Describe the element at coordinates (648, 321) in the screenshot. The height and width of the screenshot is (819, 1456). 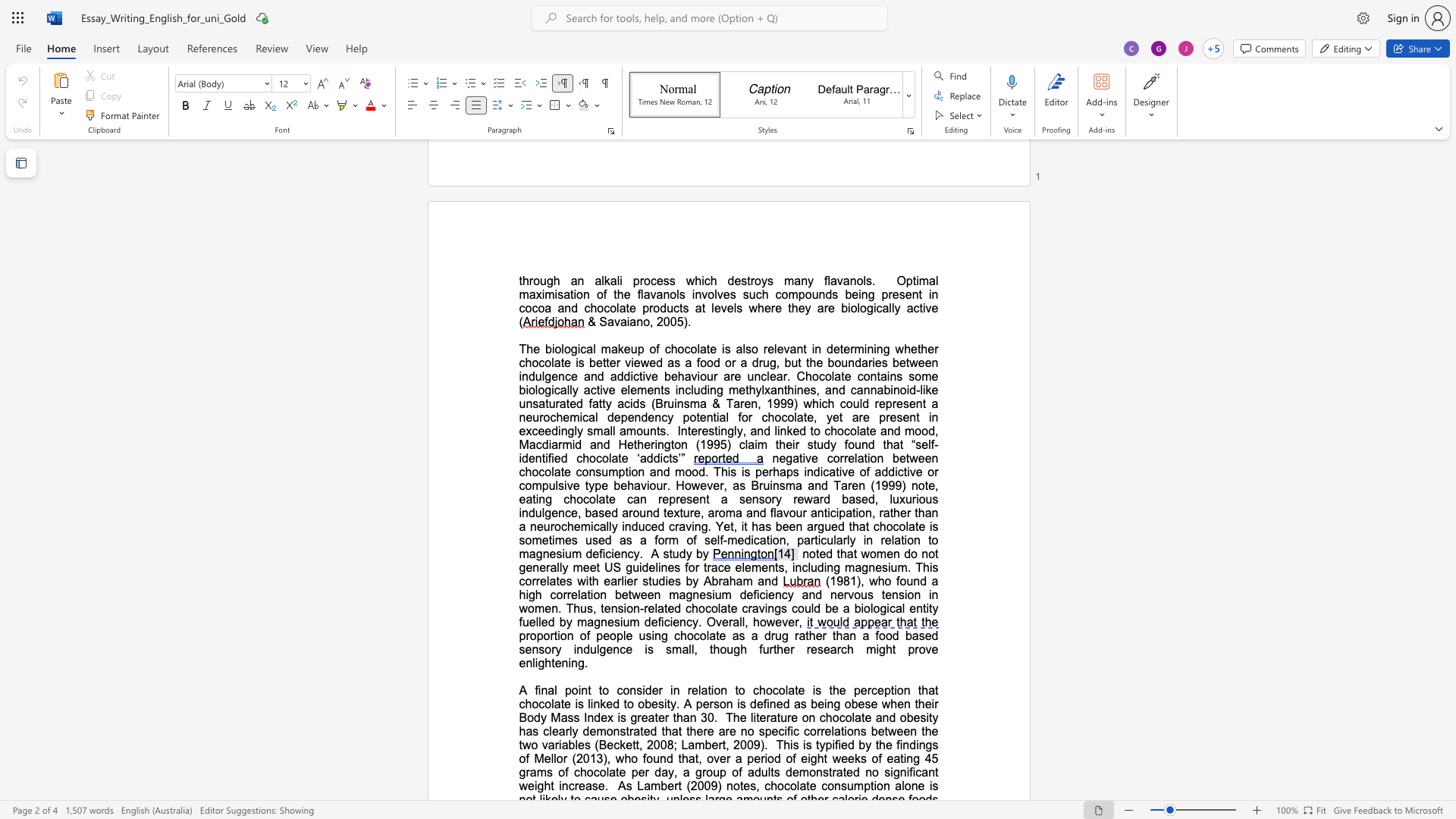
I see `the space between the continuous character "o" and "," in the text` at that location.